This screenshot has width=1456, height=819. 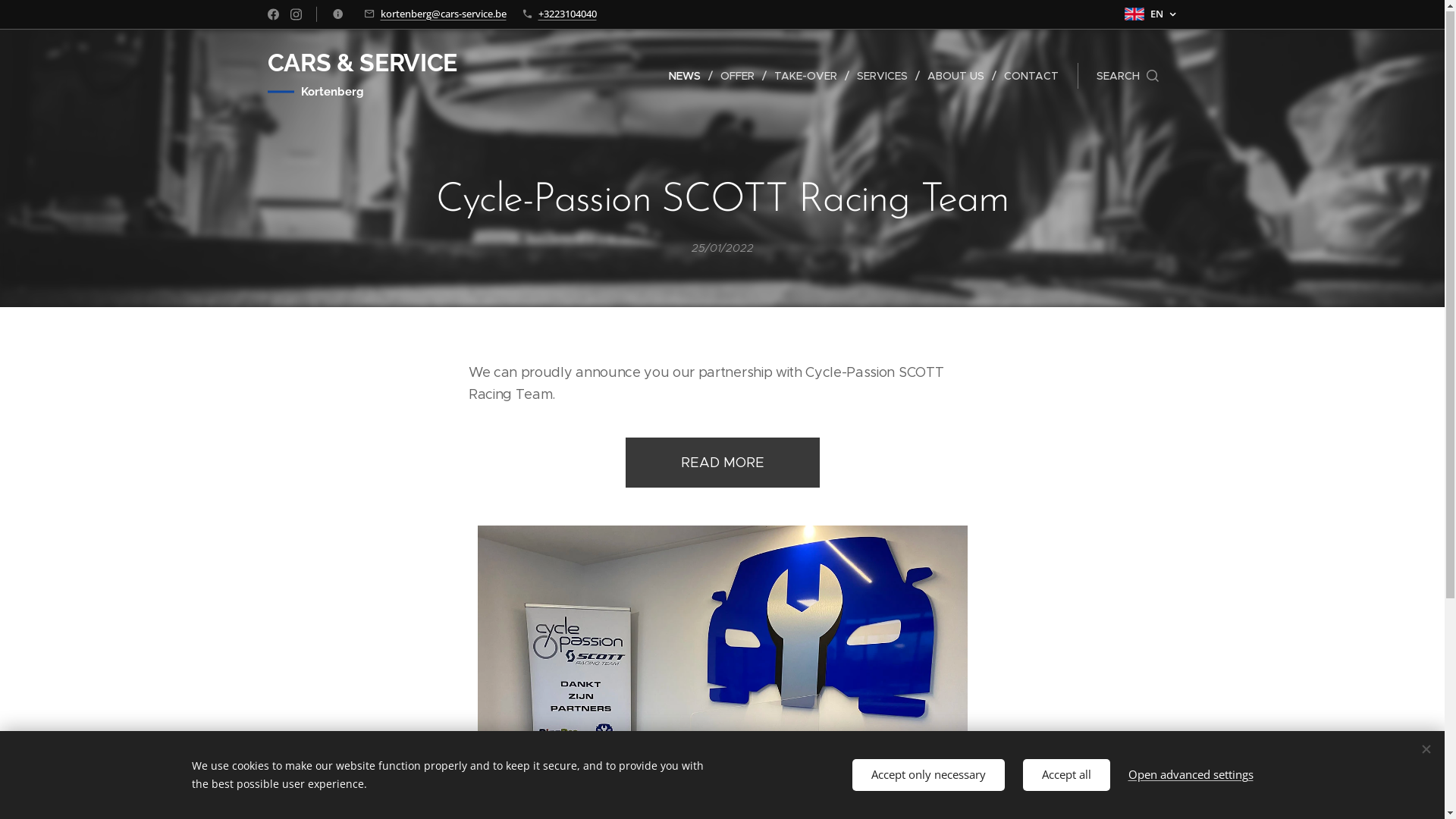 I want to click on 'Facebook', so click(x=273, y=14).